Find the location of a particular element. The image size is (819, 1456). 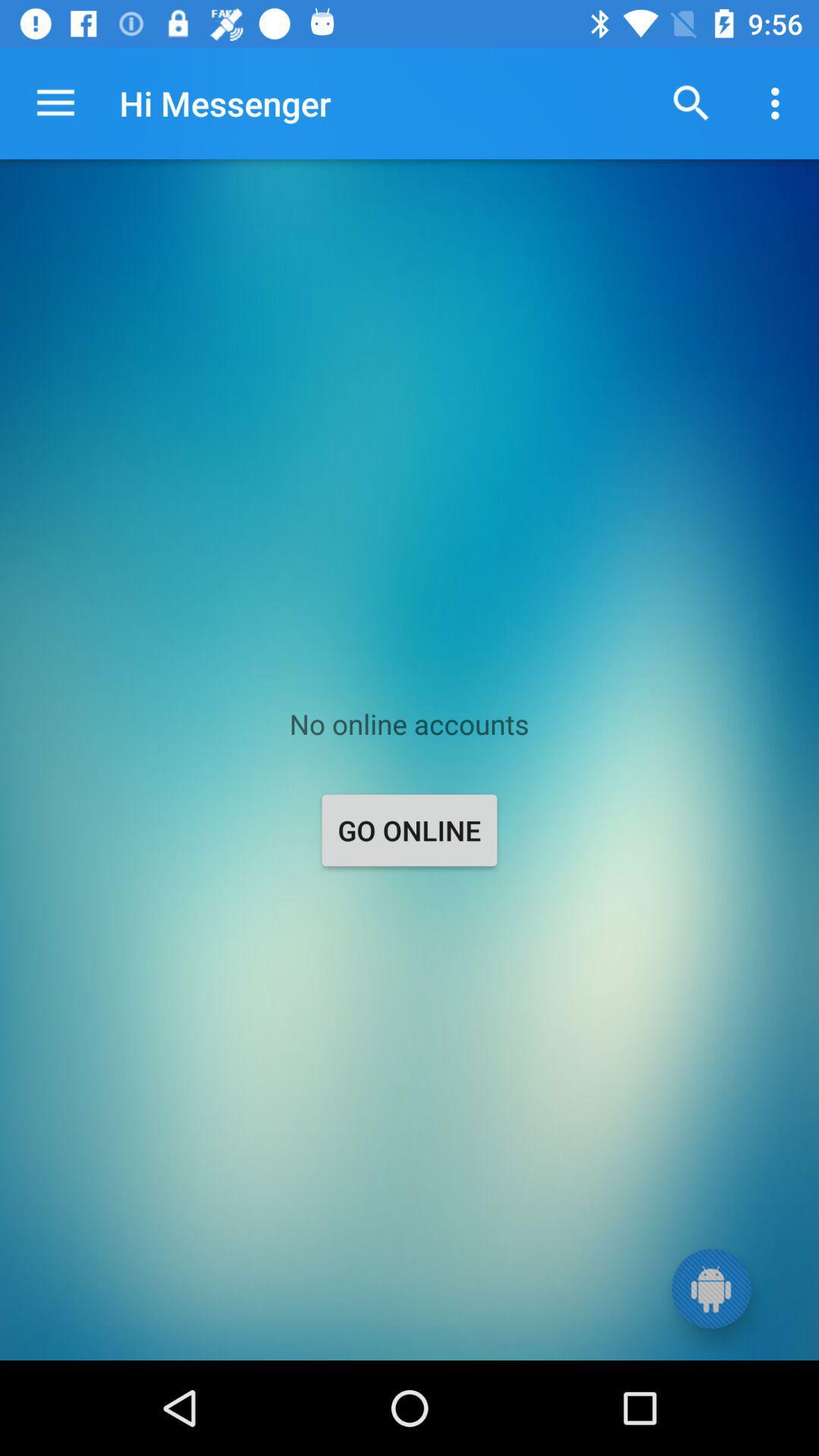

the go online item is located at coordinates (409, 829).